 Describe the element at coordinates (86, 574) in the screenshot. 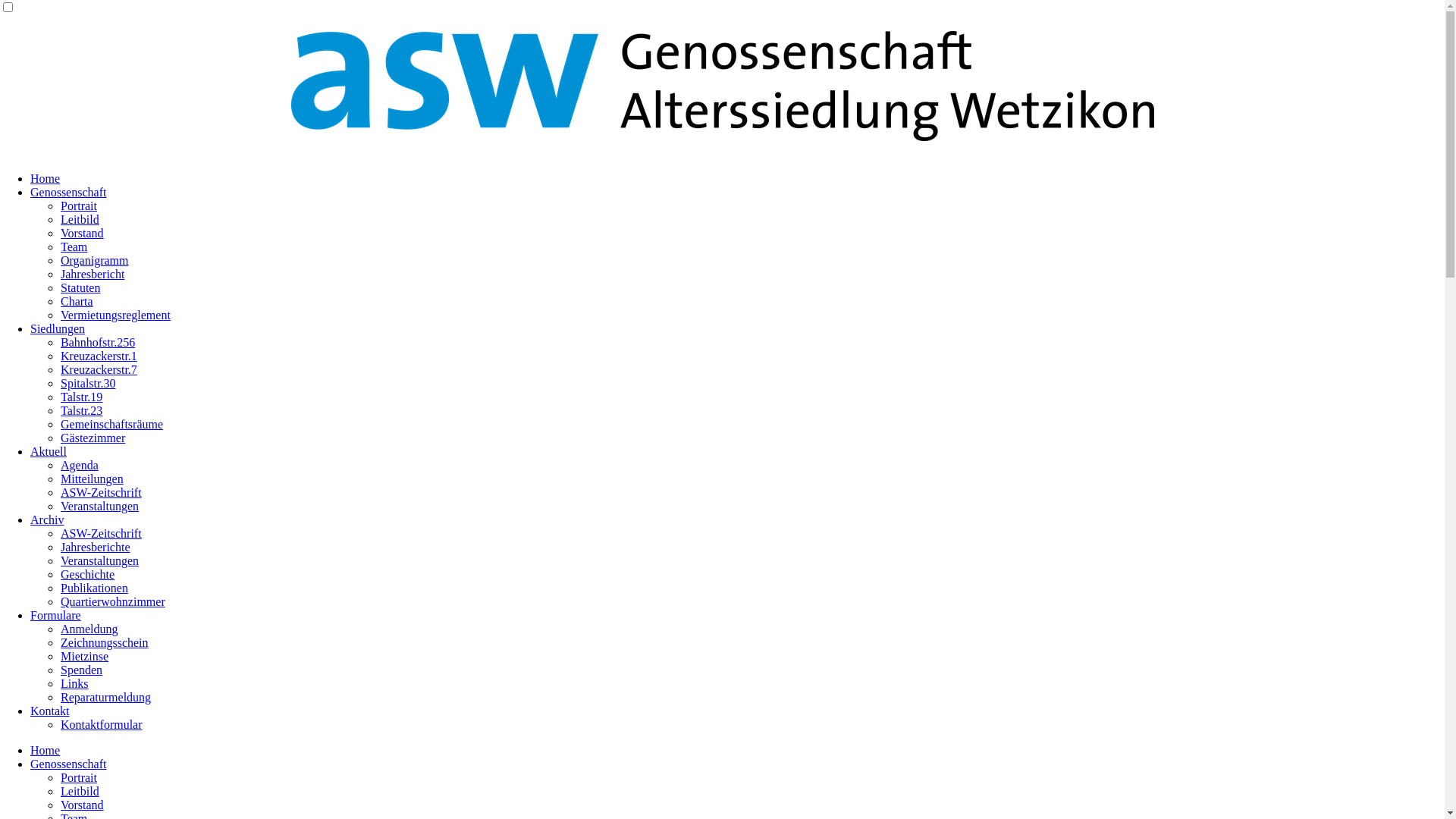

I see `'Geschichte'` at that location.